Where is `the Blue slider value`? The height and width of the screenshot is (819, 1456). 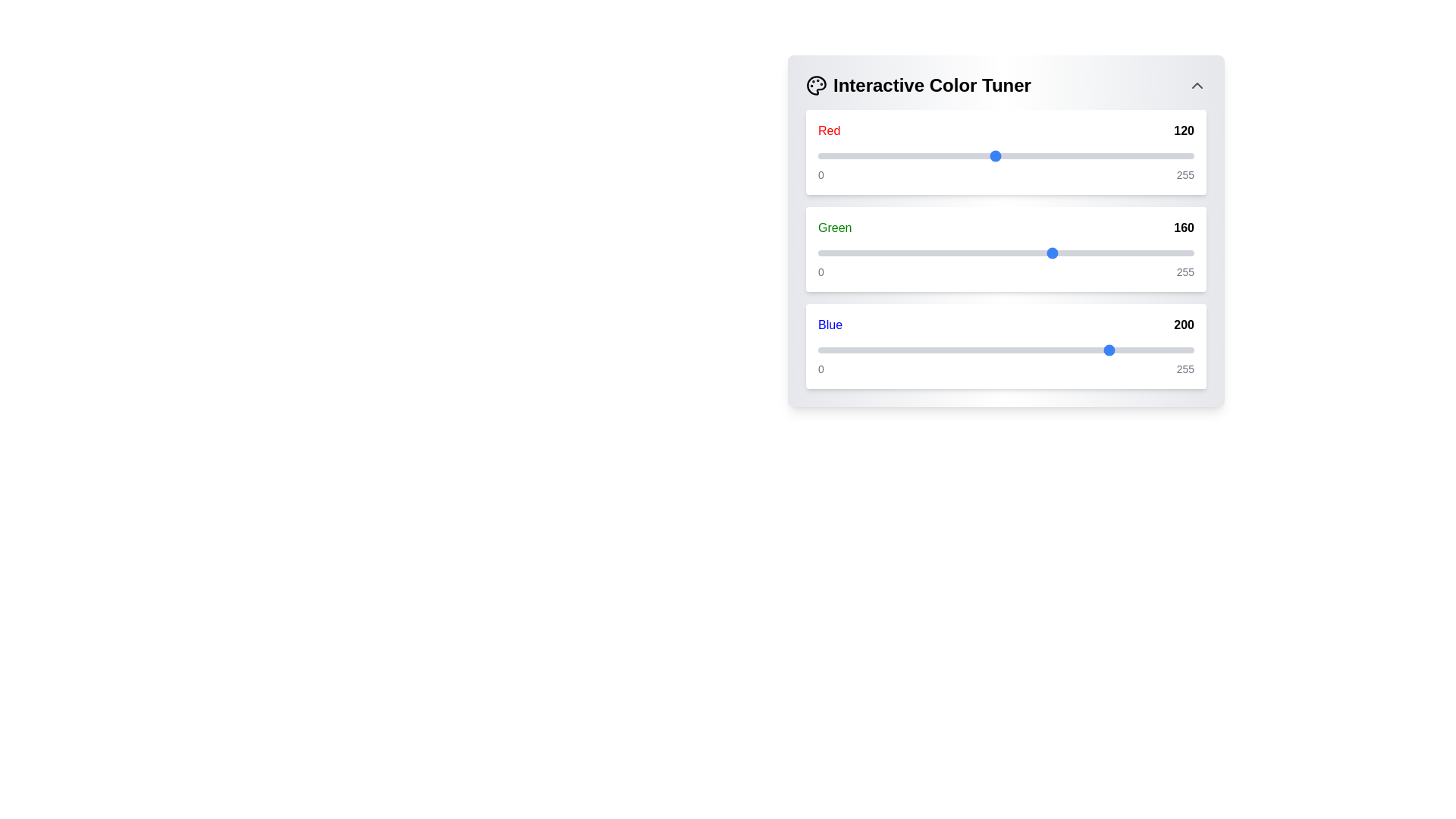
the Blue slider value is located at coordinates (929, 350).